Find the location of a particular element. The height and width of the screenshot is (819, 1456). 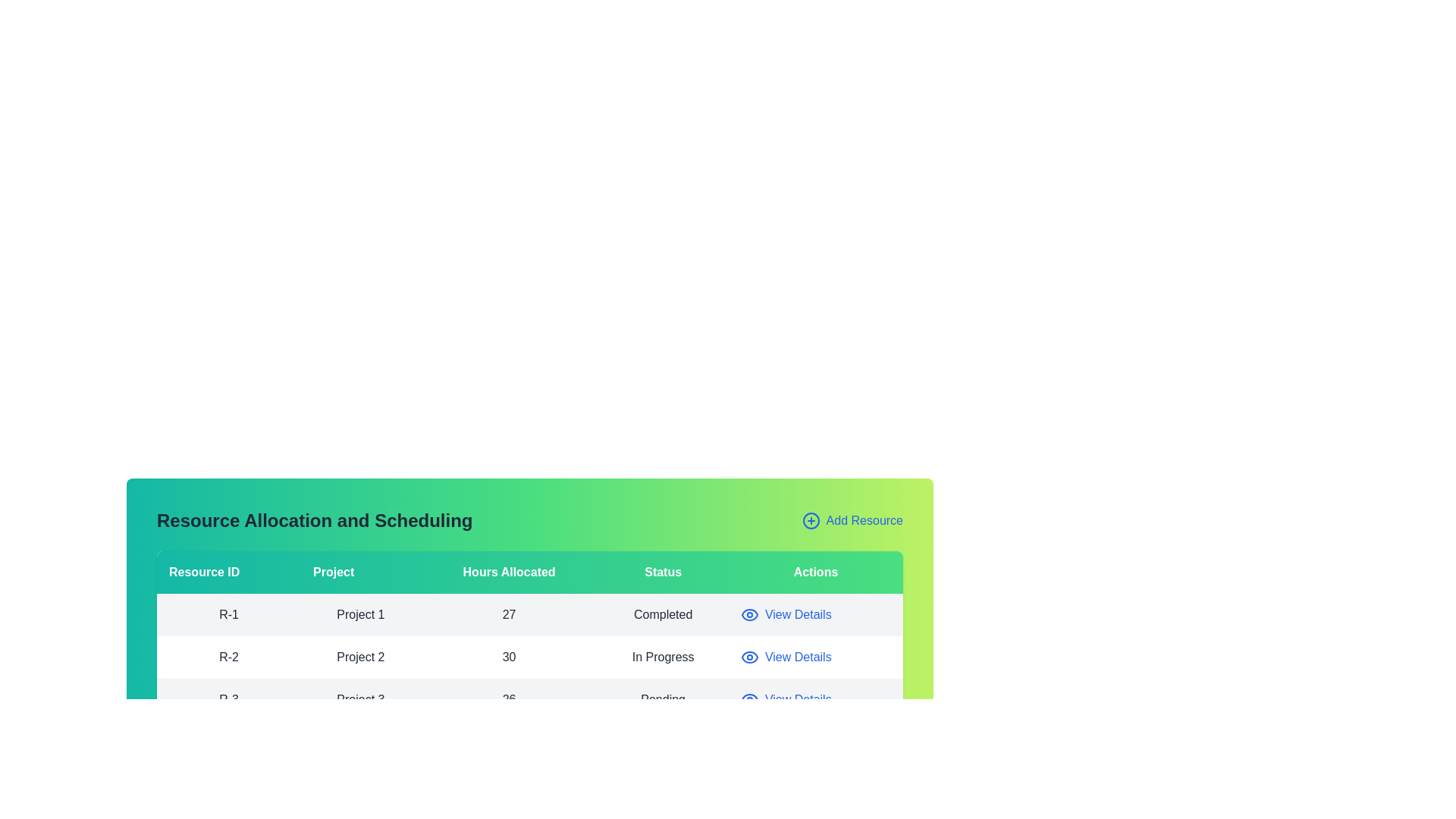

the column header labeled 'Hours Allocated' to sort the table by that column is located at coordinates (509, 573).